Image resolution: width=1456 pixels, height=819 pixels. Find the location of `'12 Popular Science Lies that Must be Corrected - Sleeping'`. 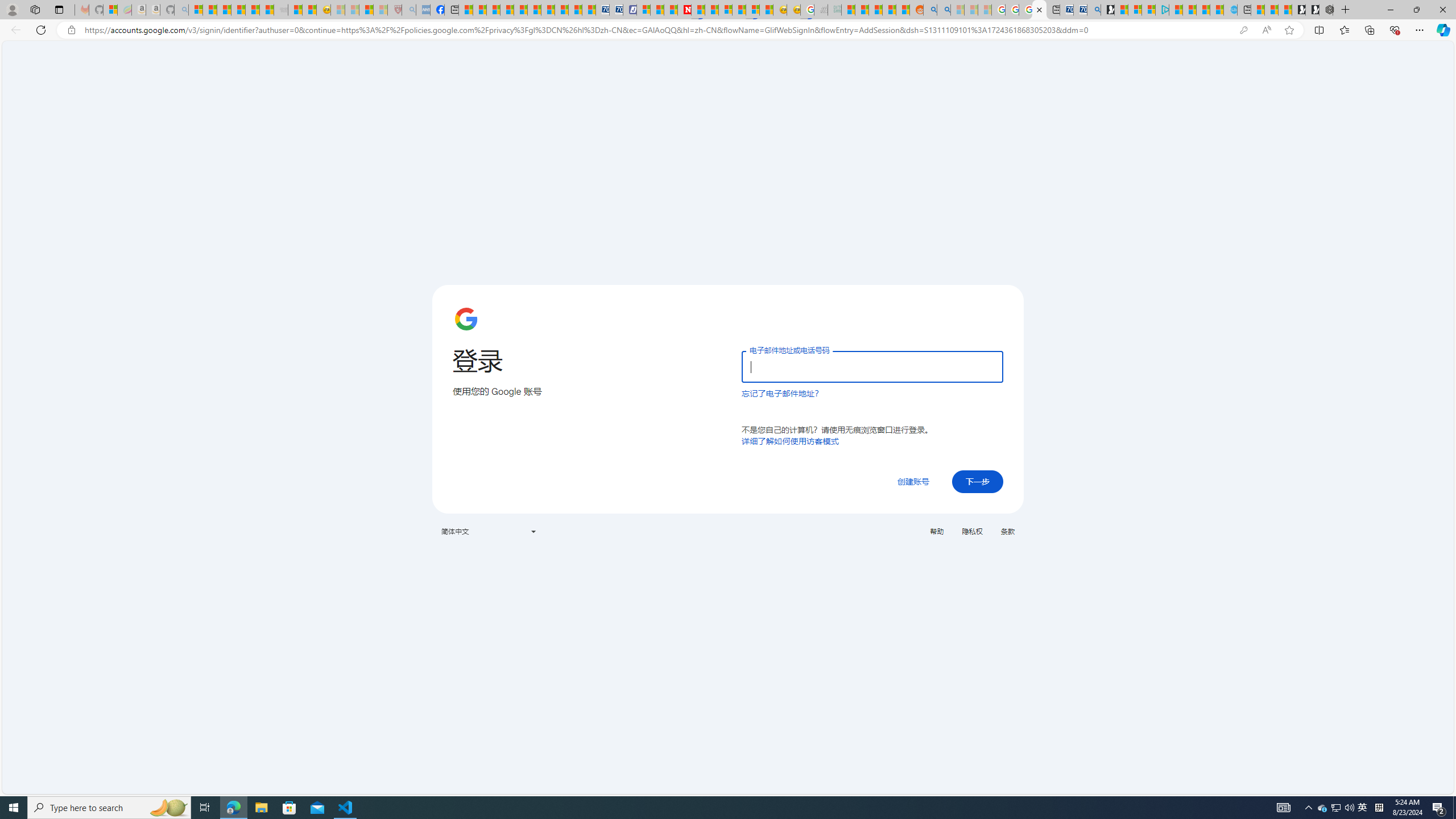

'12 Popular Science Lies that Must be Corrected - Sleeping' is located at coordinates (380, 9).